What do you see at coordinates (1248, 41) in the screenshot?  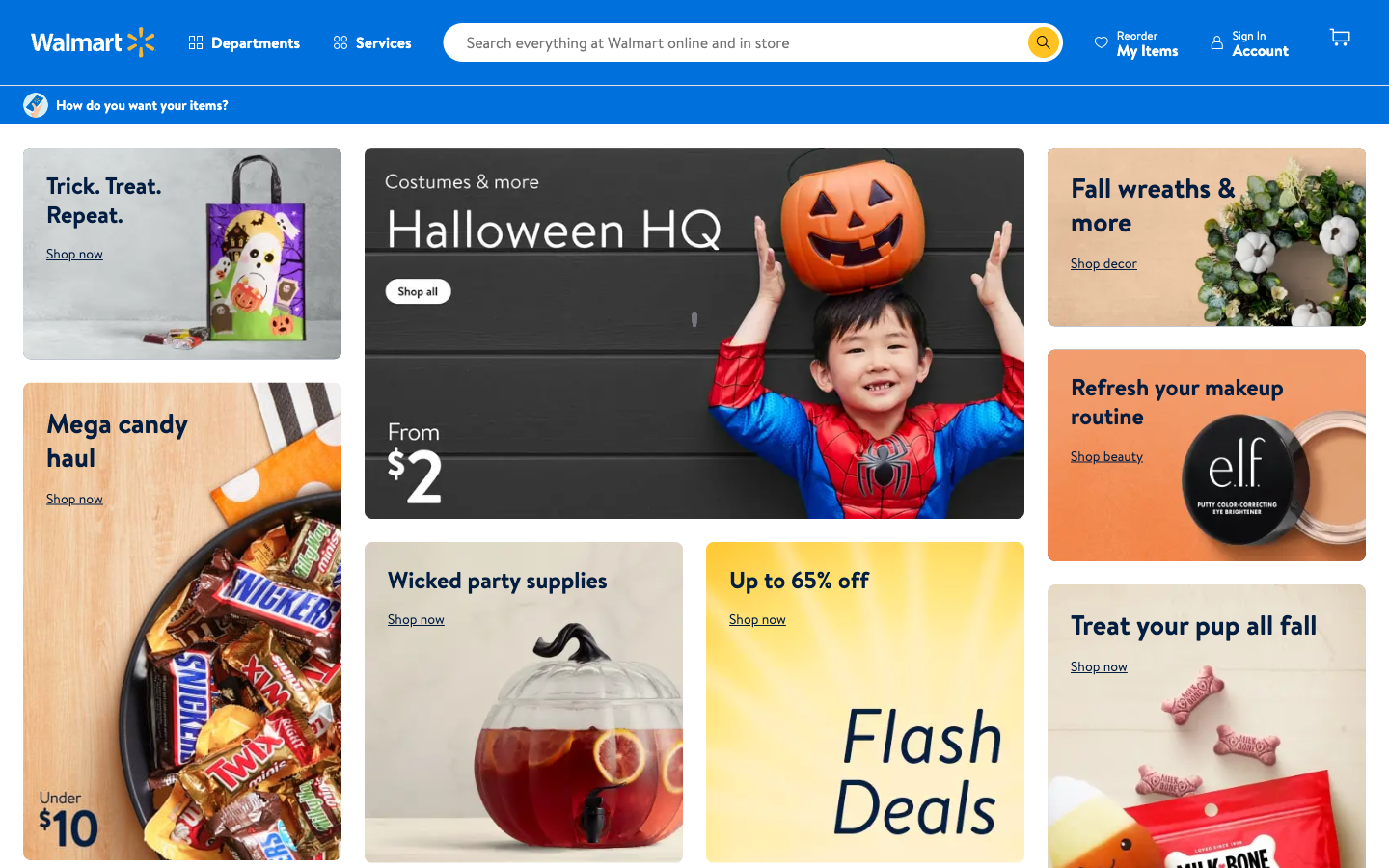 I see `your account details page` at bounding box center [1248, 41].